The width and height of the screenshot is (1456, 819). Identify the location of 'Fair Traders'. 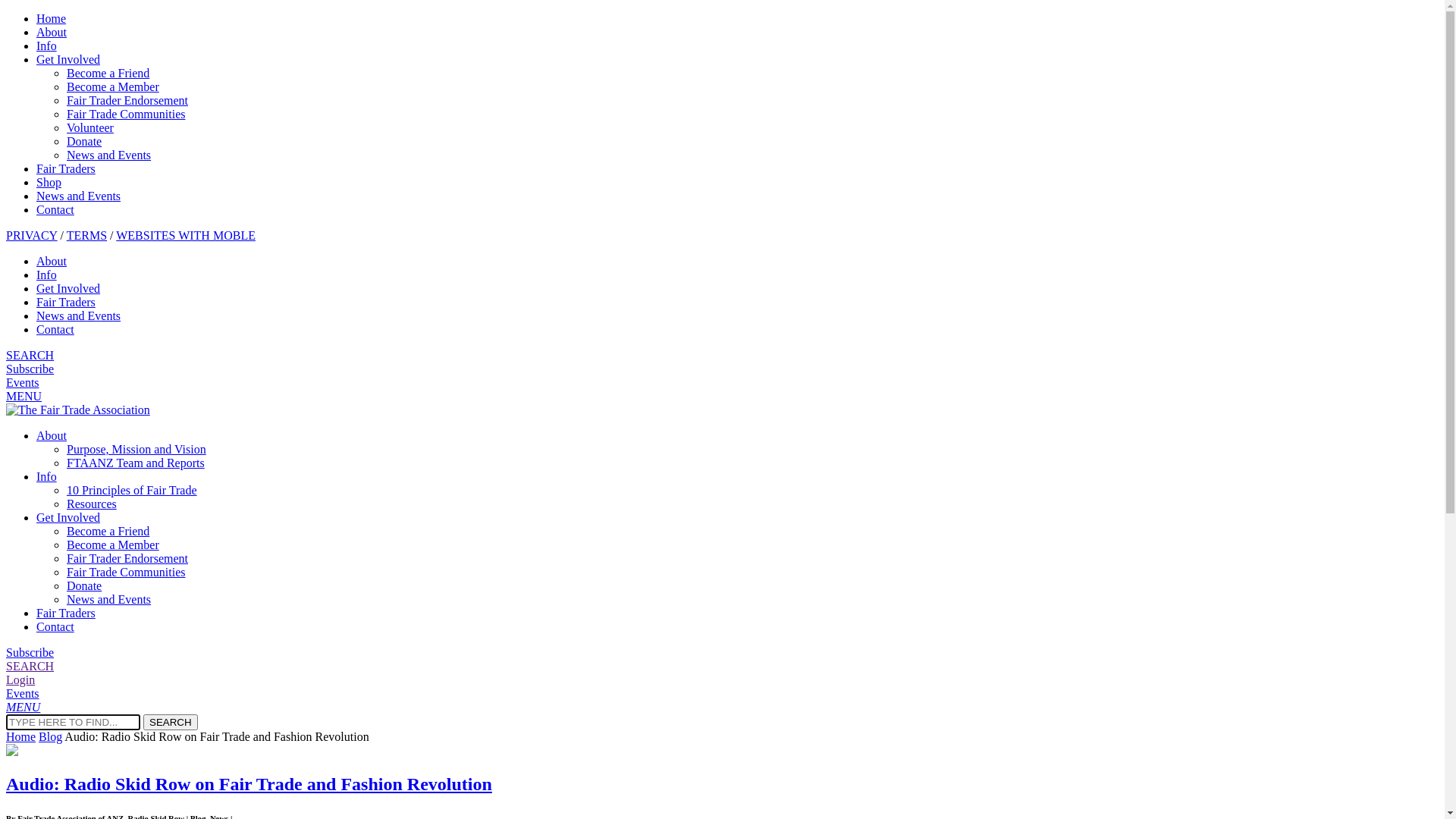
(36, 302).